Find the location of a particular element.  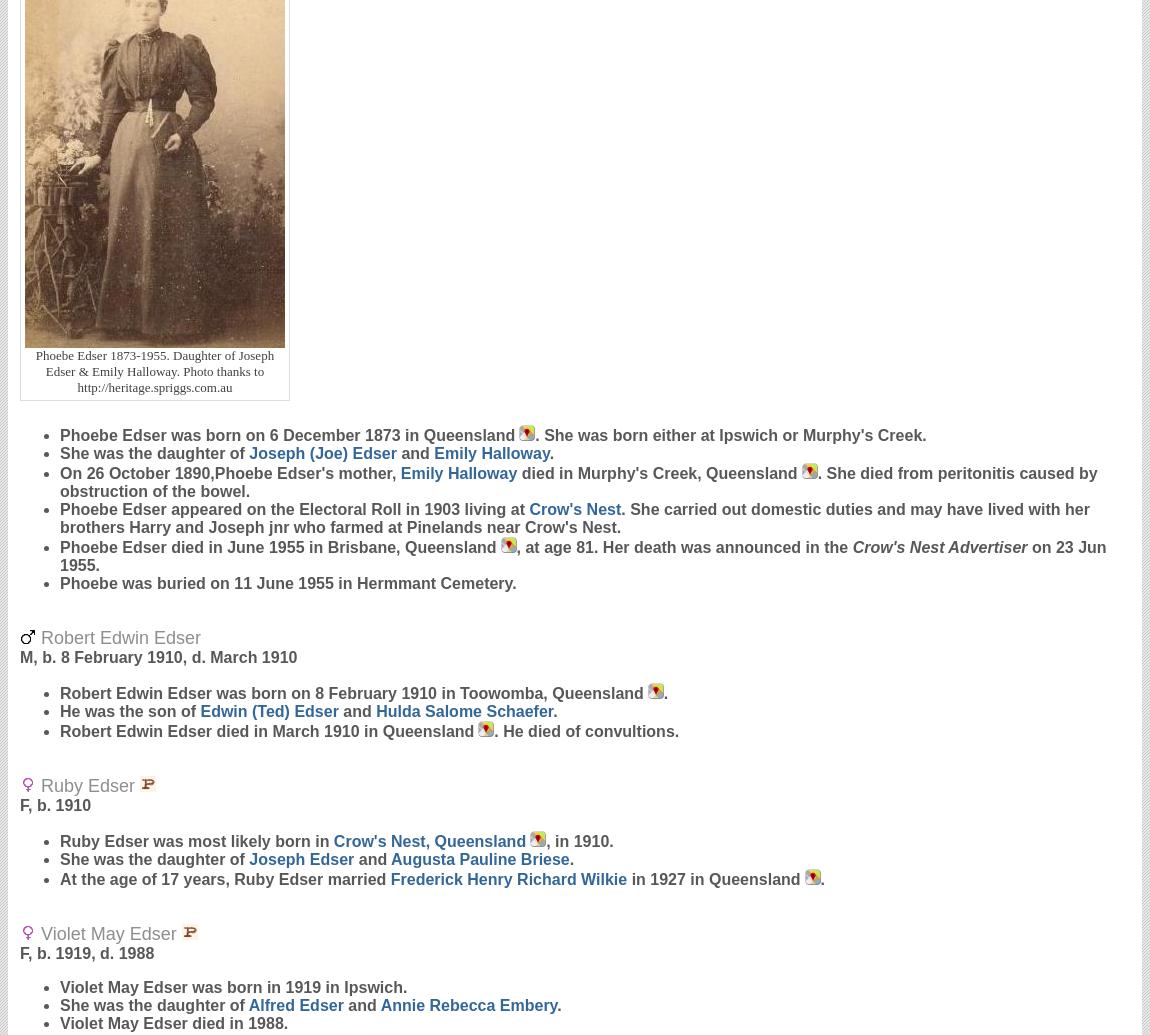

', in 1910.' is located at coordinates (578, 840).